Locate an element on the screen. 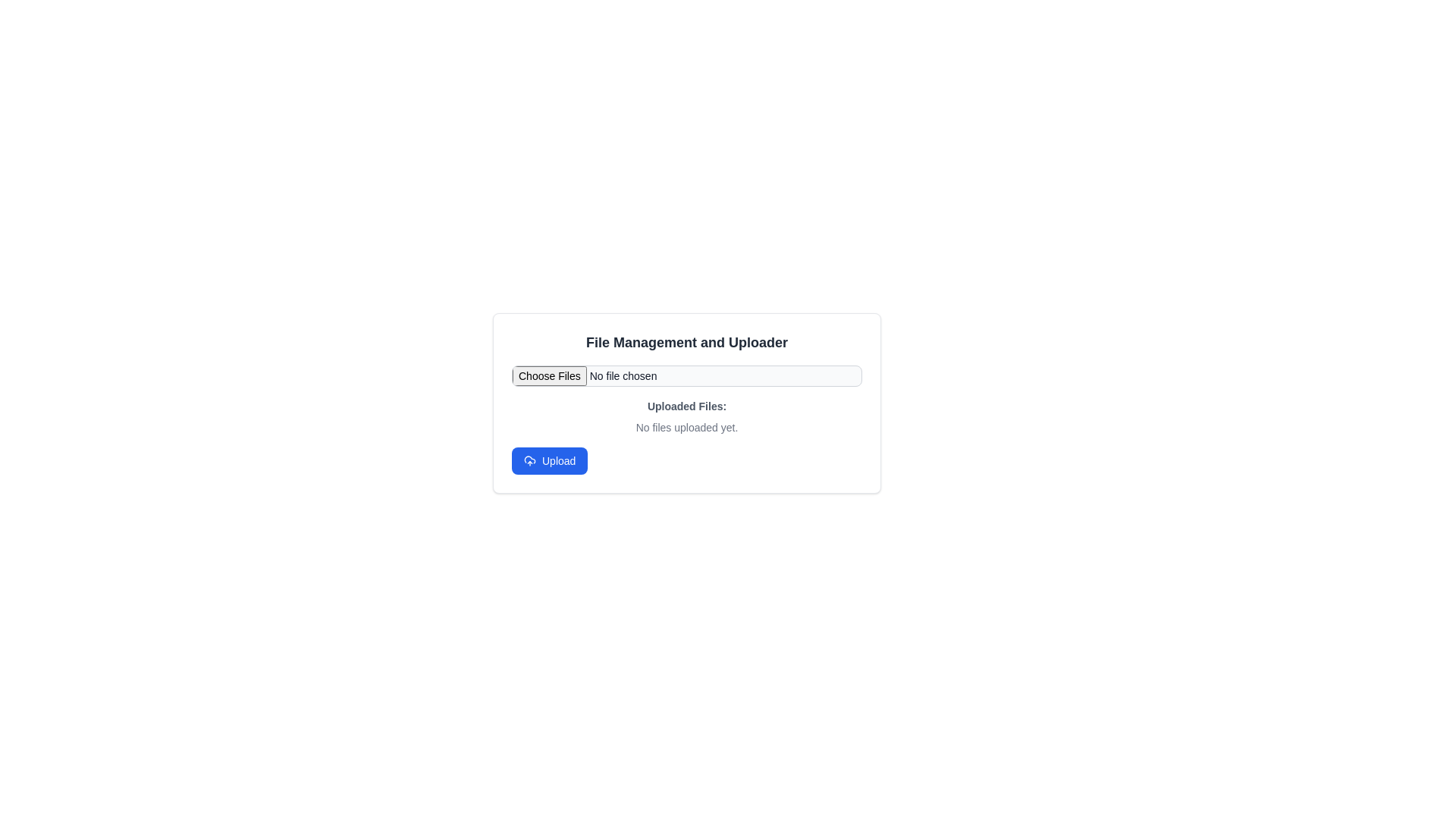 The width and height of the screenshot is (1456, 819). the text label displaying 'Uploaded Files:' which is styled in small, bold, gray font and positioned above the text 'No files uploaded yet.' is located at coordinates (686, 406).